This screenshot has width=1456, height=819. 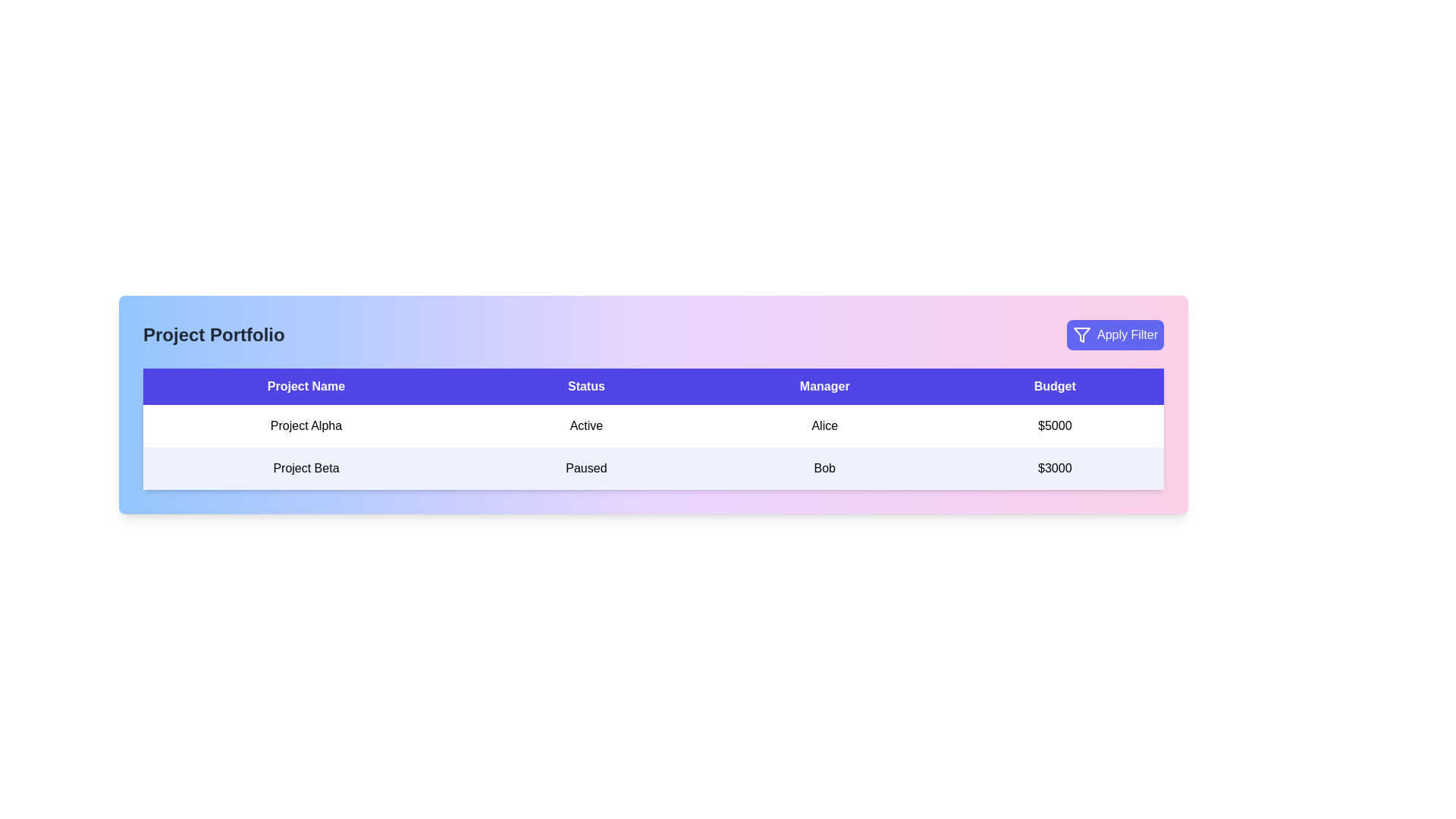 I want to click on the text label displaying 'Project Beta' in black font, located in the leftmost position of the second data row under the 'Project Name' column, so click(x=305, y=467).